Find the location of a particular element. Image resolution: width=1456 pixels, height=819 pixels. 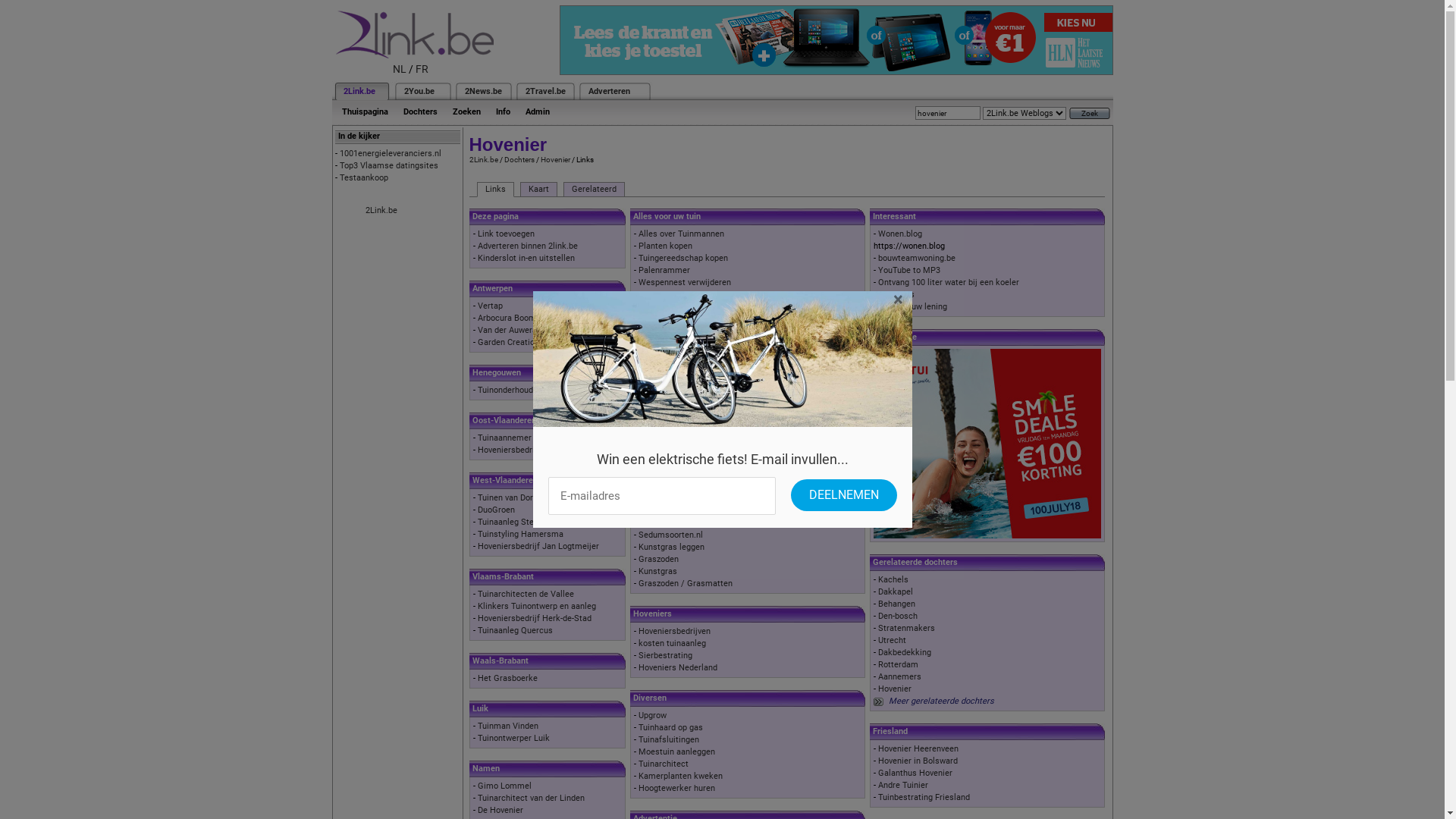

'2Link.be' is located at coordinates (358, 91).